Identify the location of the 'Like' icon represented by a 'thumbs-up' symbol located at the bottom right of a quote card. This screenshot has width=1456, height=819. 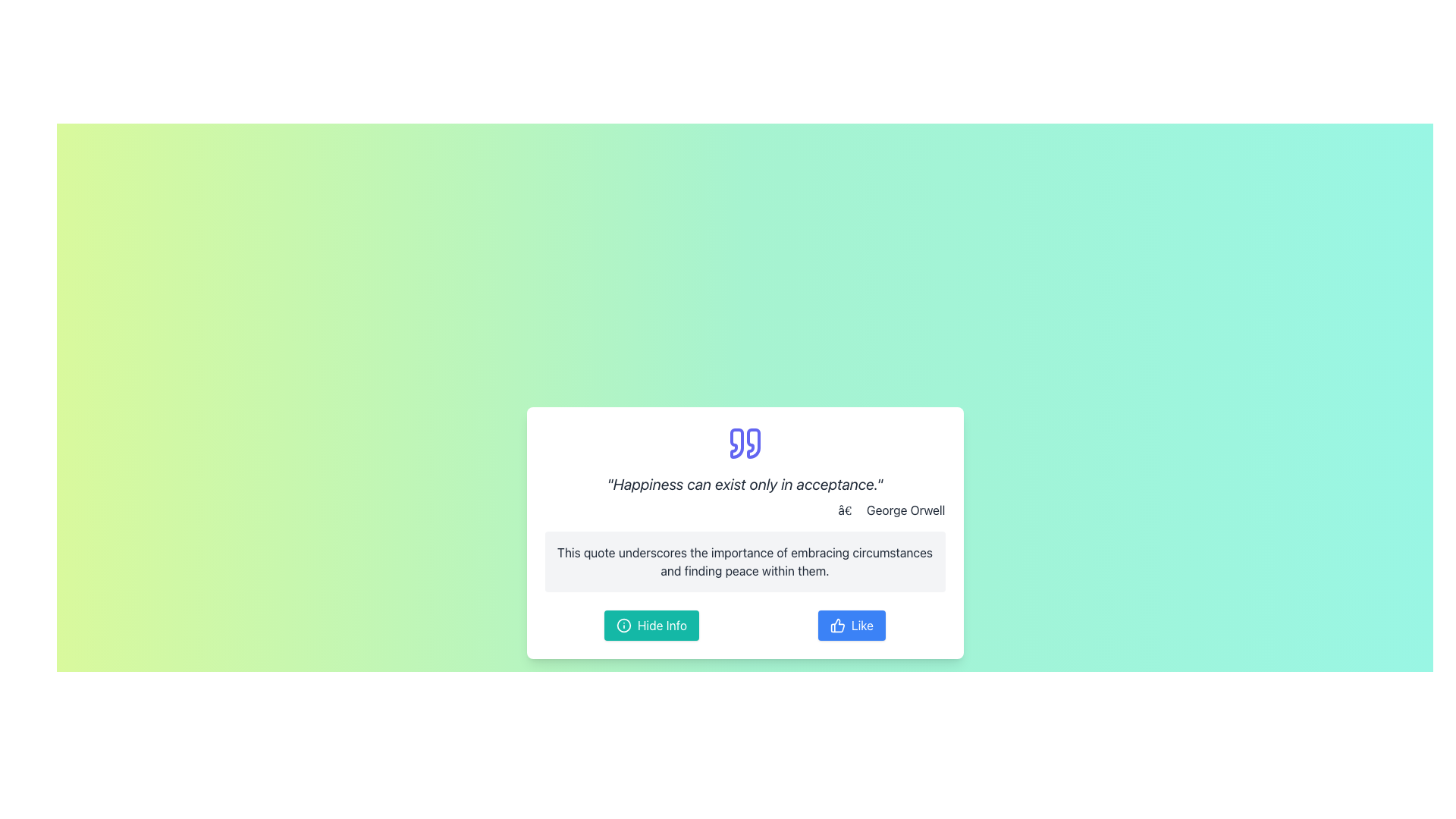
(836, 626).